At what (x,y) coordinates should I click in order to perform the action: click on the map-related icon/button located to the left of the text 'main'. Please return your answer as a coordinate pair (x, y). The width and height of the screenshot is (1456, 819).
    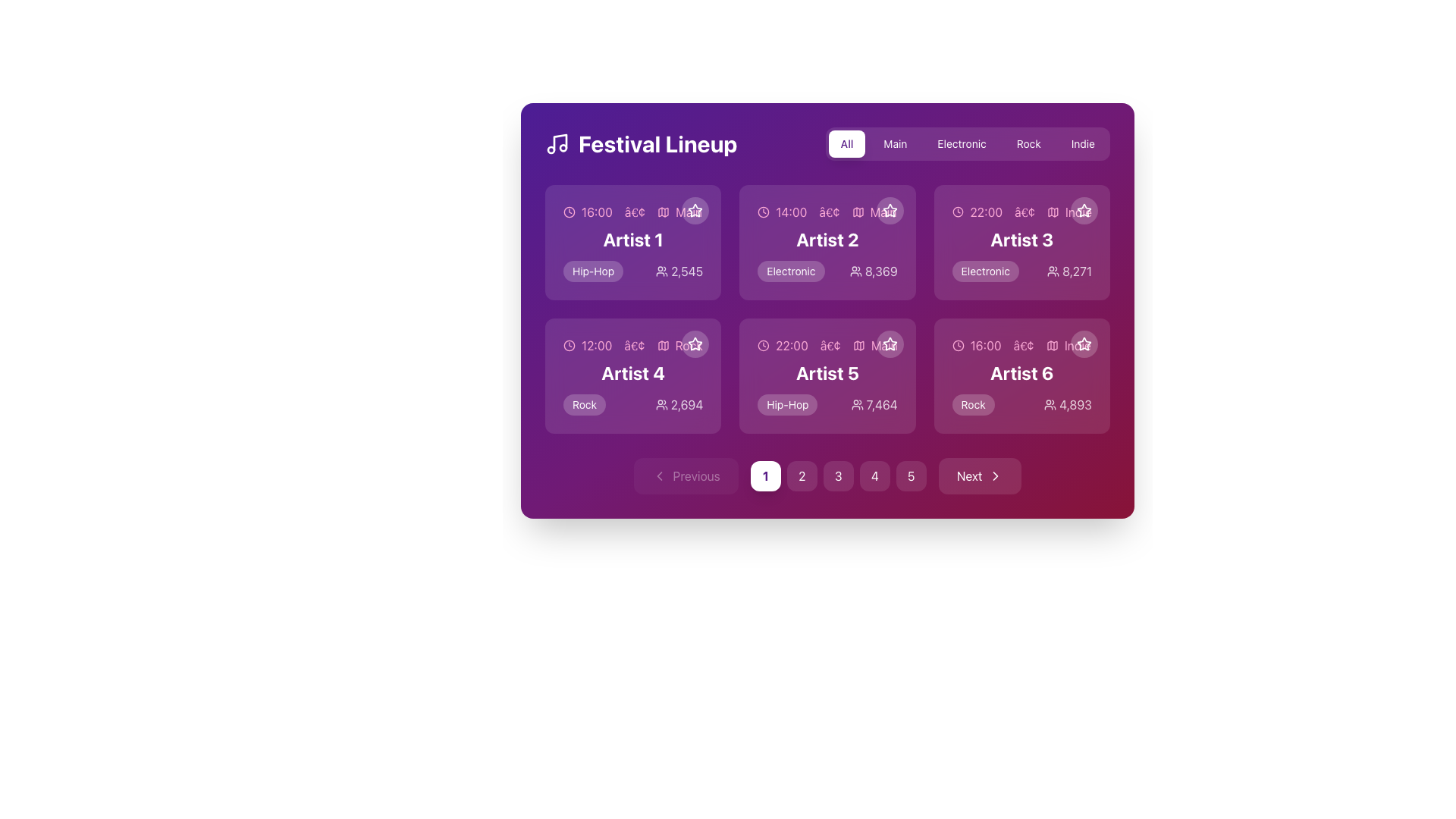
    Looking at the image, I should click on (664, 212).